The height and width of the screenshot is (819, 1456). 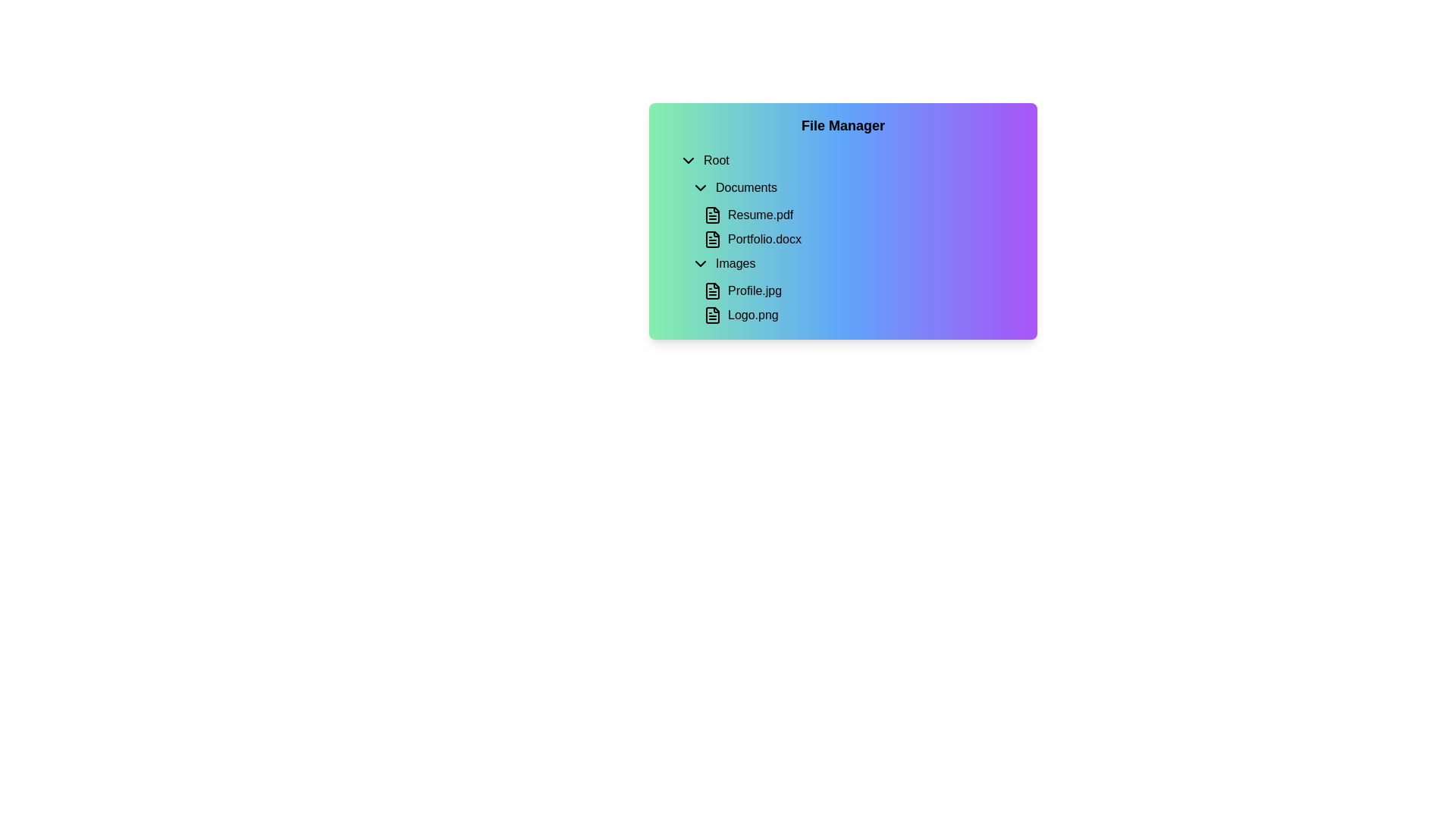 What do you see at coordinates (712, 239) in the screenshot?
I see `the document icon resembling a document with text lines, located to the left of 'Portfolio.docx' in the 'Documents' section of the file manager` at bounding box center [712, 239].